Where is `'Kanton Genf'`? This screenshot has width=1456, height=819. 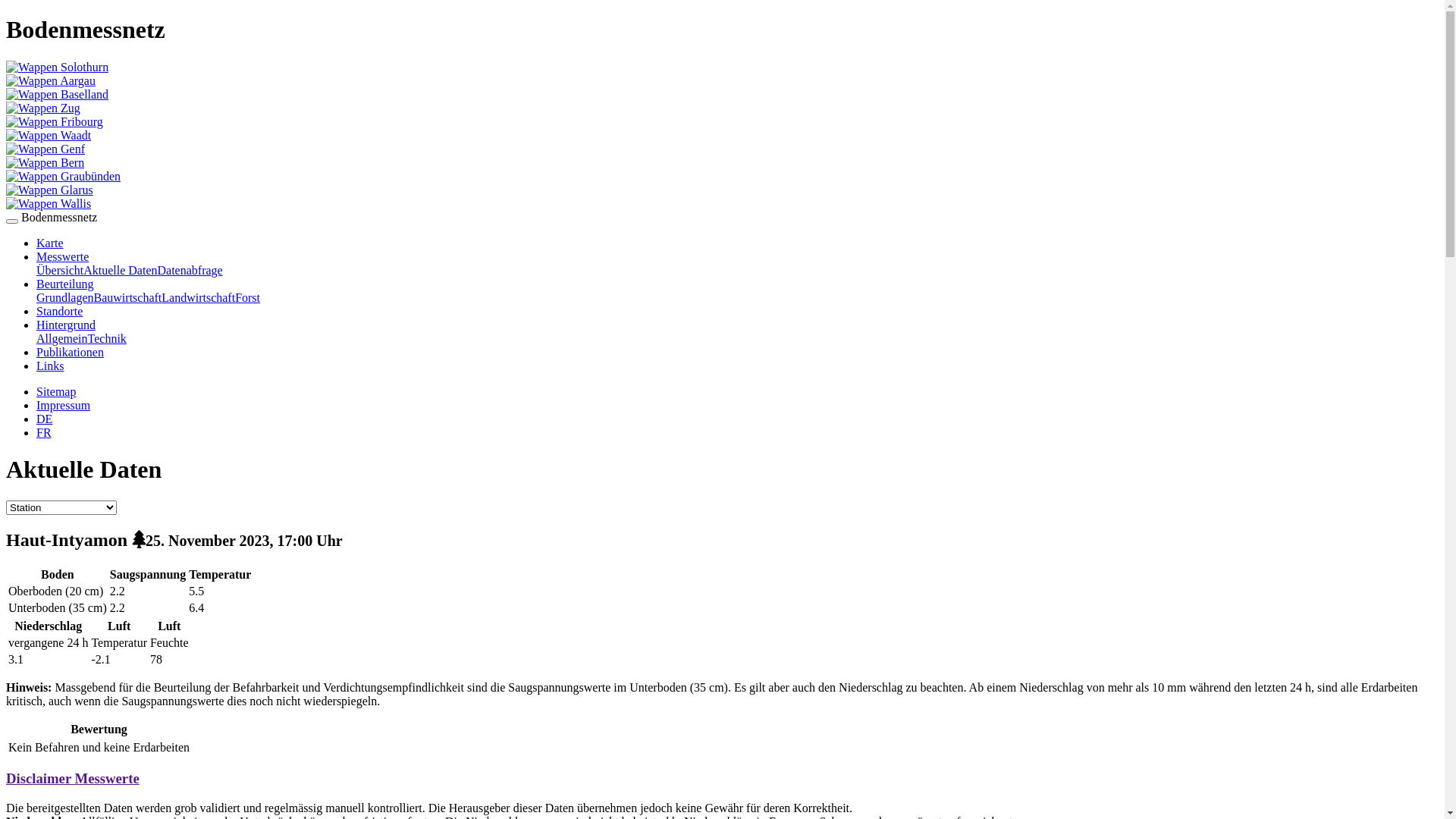 'Kanton Genf' is located at coordinates (45, 149).